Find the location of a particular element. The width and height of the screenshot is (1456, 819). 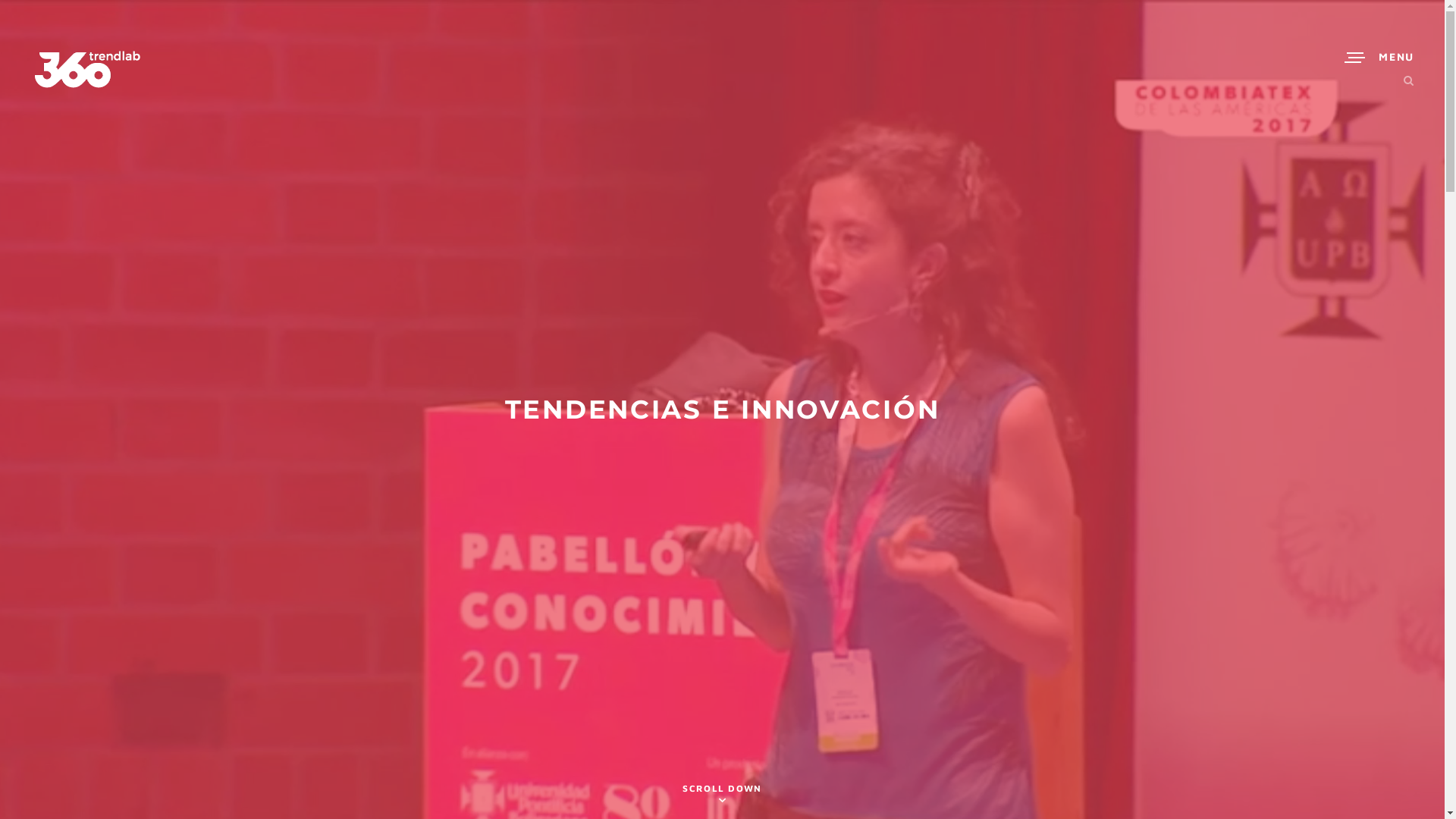

'Search' is located at coordinates (60, 18).